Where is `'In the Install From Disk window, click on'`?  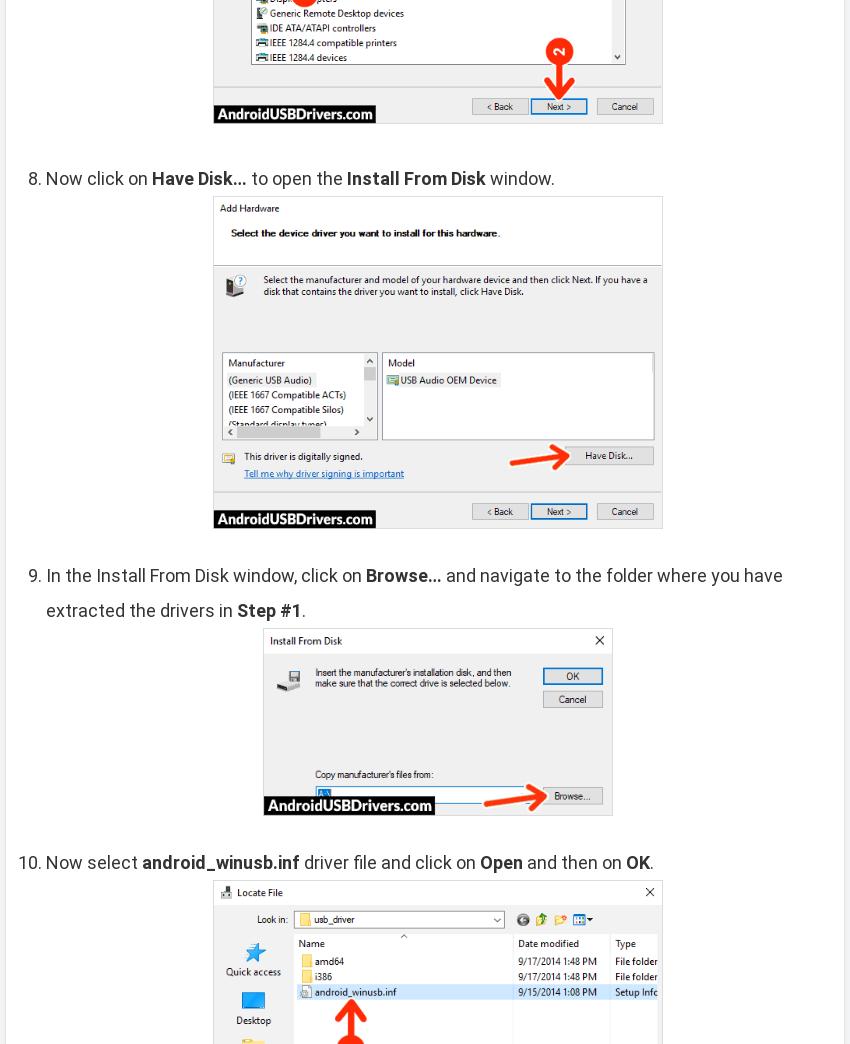 'In the Install From Disk window, click on' is located at coordinates (205, 574).